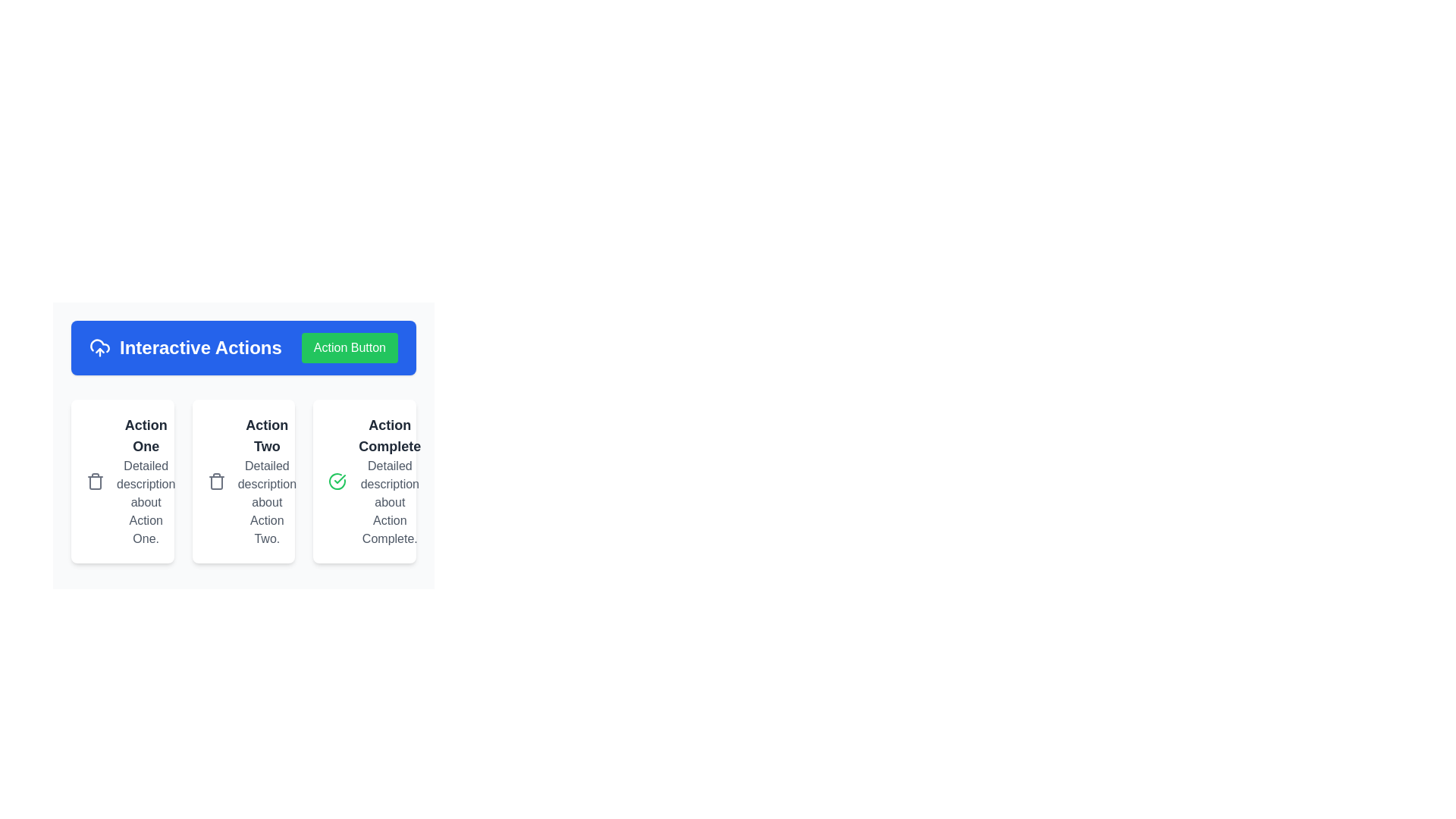 The height and width of the screenshot is (819, 1456). What do you see at coordinates (390, 482) in the screenshot?
I see `the static informational text component titled 'Action Complete', which is the third card in a sequence of similar cards, styled with a bold title and detailed description` at bounding box center [390, 482].